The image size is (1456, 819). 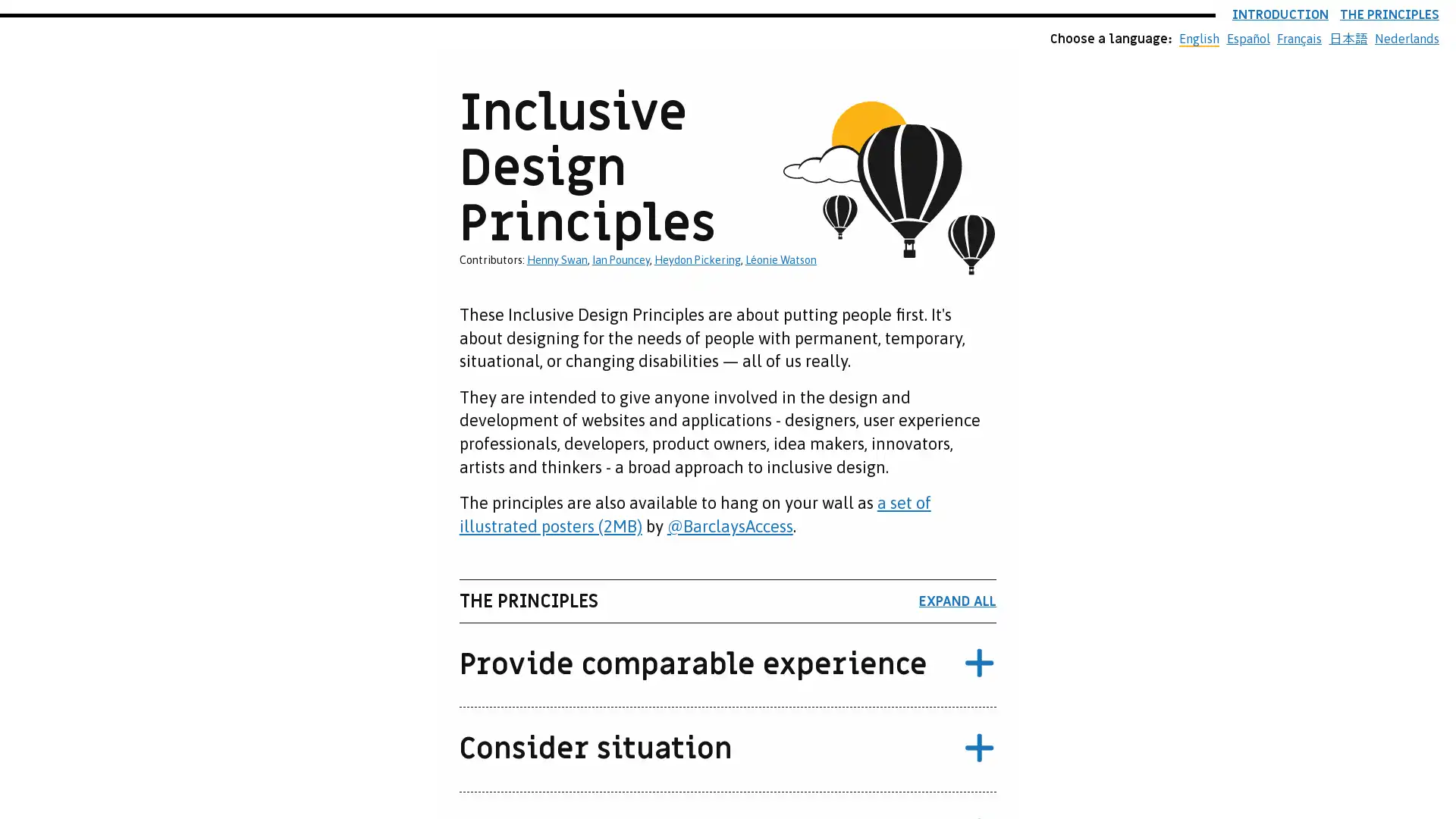 What do you see at coordinates (956, 601) in the screenshot?
I see `EXPAND ALL` at bounding box center [956, 601].